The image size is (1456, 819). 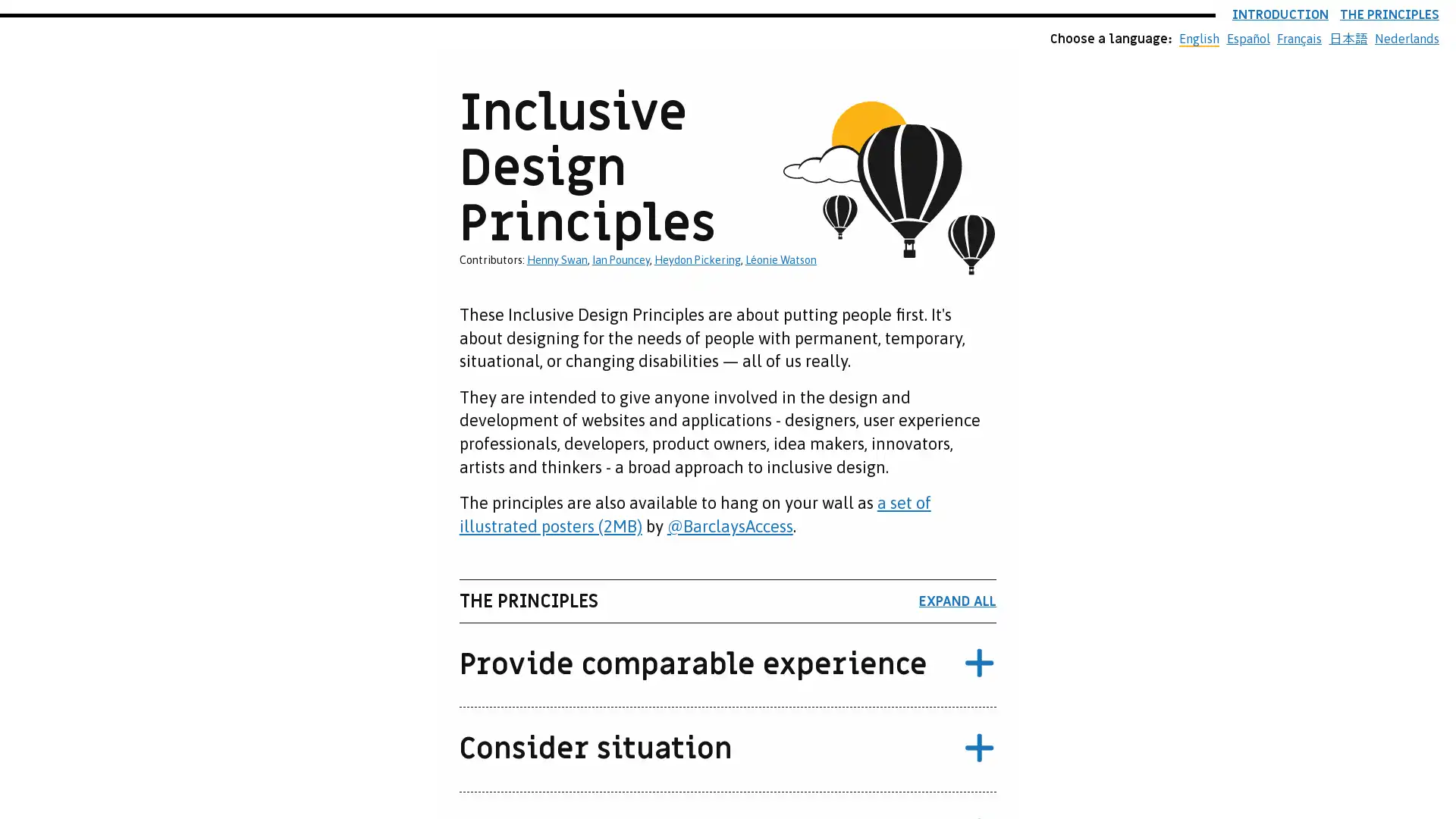 What do you see at coordinates (956, 601) in the screenshot?
I see `EXPAND ALL` at bounding box center [956, 601].